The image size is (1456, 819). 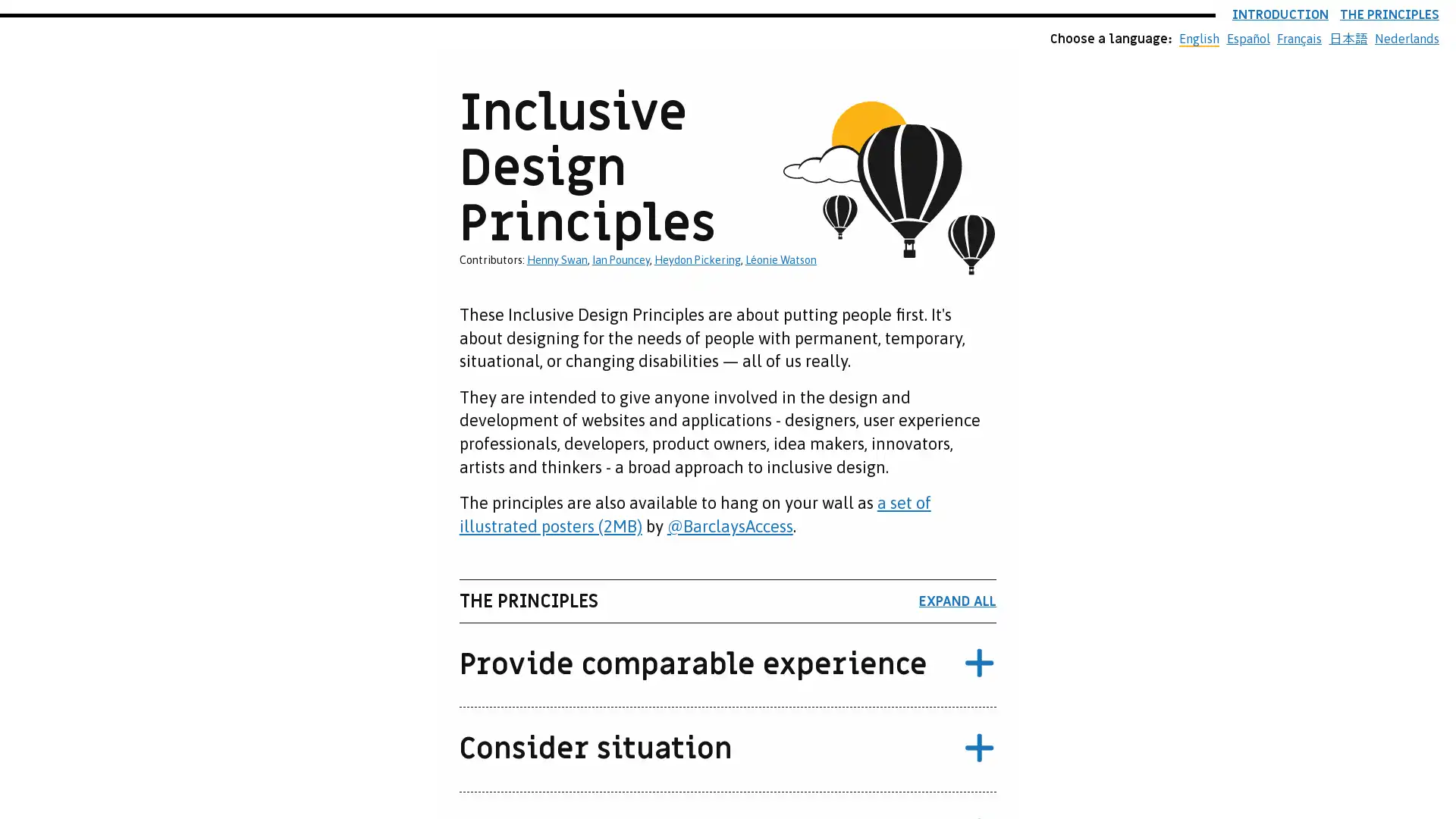 What do you see at coordinates (956, 601) in the screenshot?
I see `EXPAND ALL` at bounding box center [956, 601].